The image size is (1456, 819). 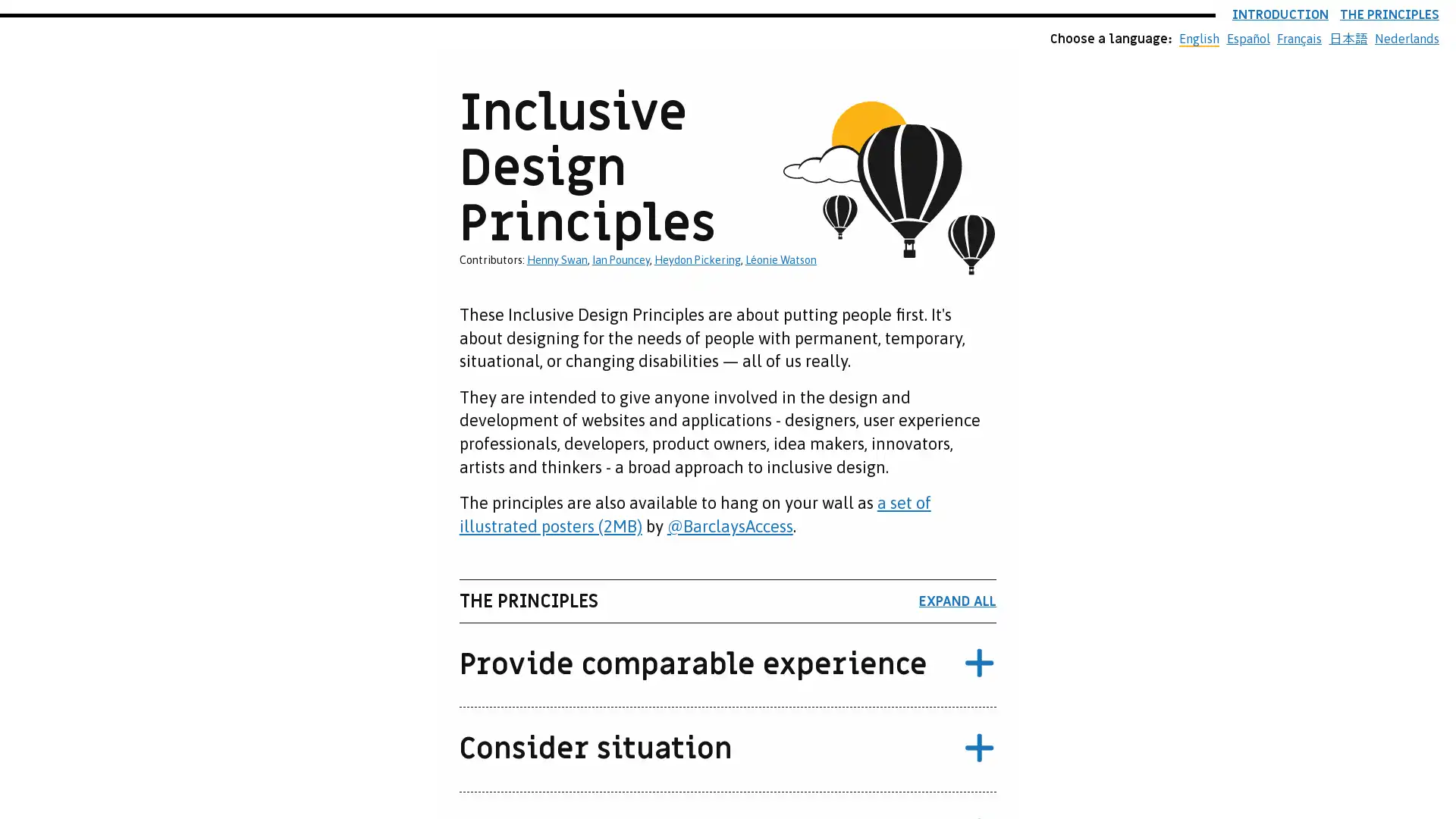 What do you see at coordinates (956, 601) in the screenshot?
I see `EXPAND ALL` at bounding box center [956, 601].